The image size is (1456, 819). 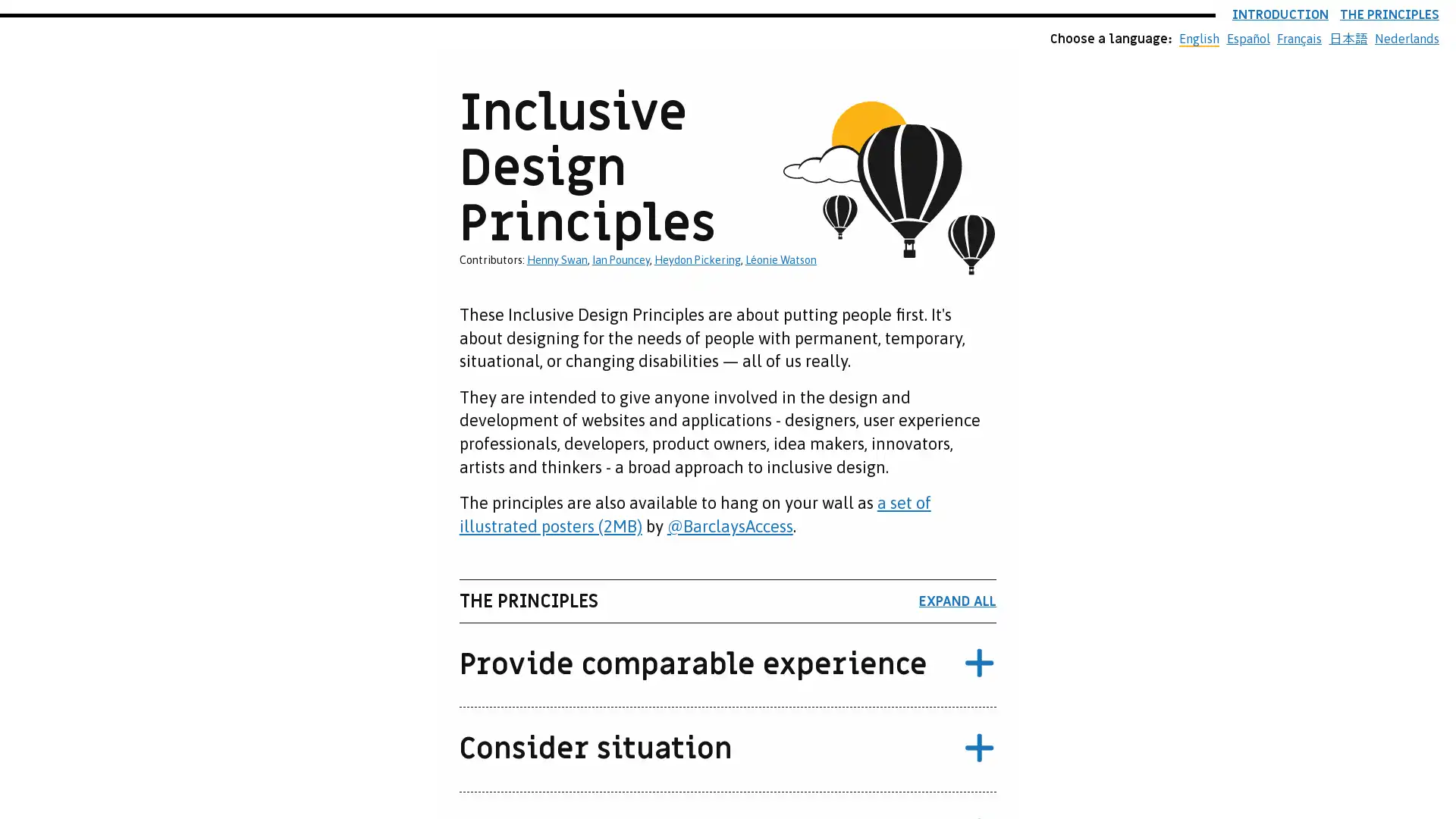 What do you see at coordinates (956, 601) in the screenshot?
I see `EXPAND ALL` at bounding box center [956, 601].